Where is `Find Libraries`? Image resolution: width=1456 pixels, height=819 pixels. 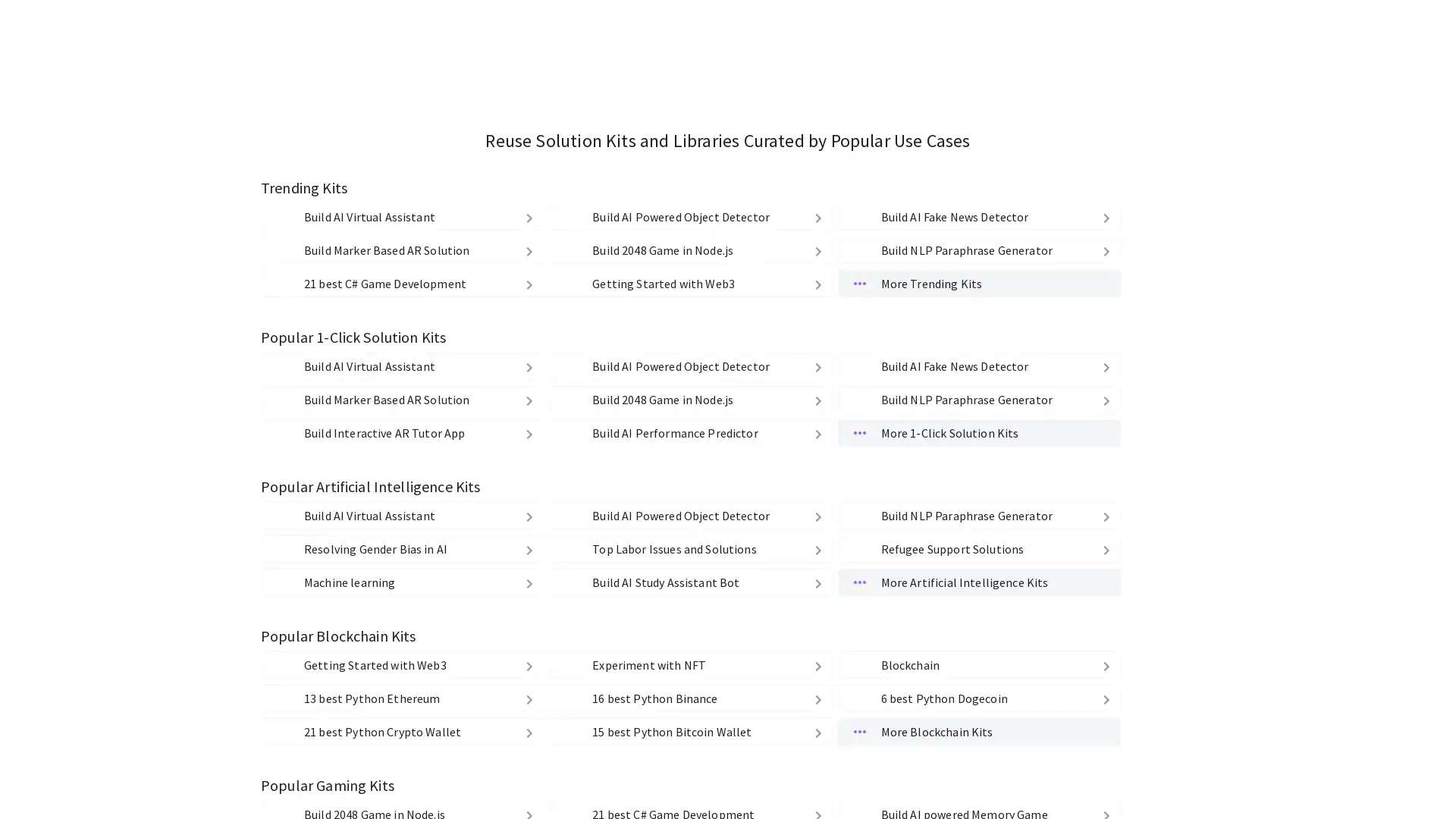
Find Libraries is located at coordinates (1143, 22).